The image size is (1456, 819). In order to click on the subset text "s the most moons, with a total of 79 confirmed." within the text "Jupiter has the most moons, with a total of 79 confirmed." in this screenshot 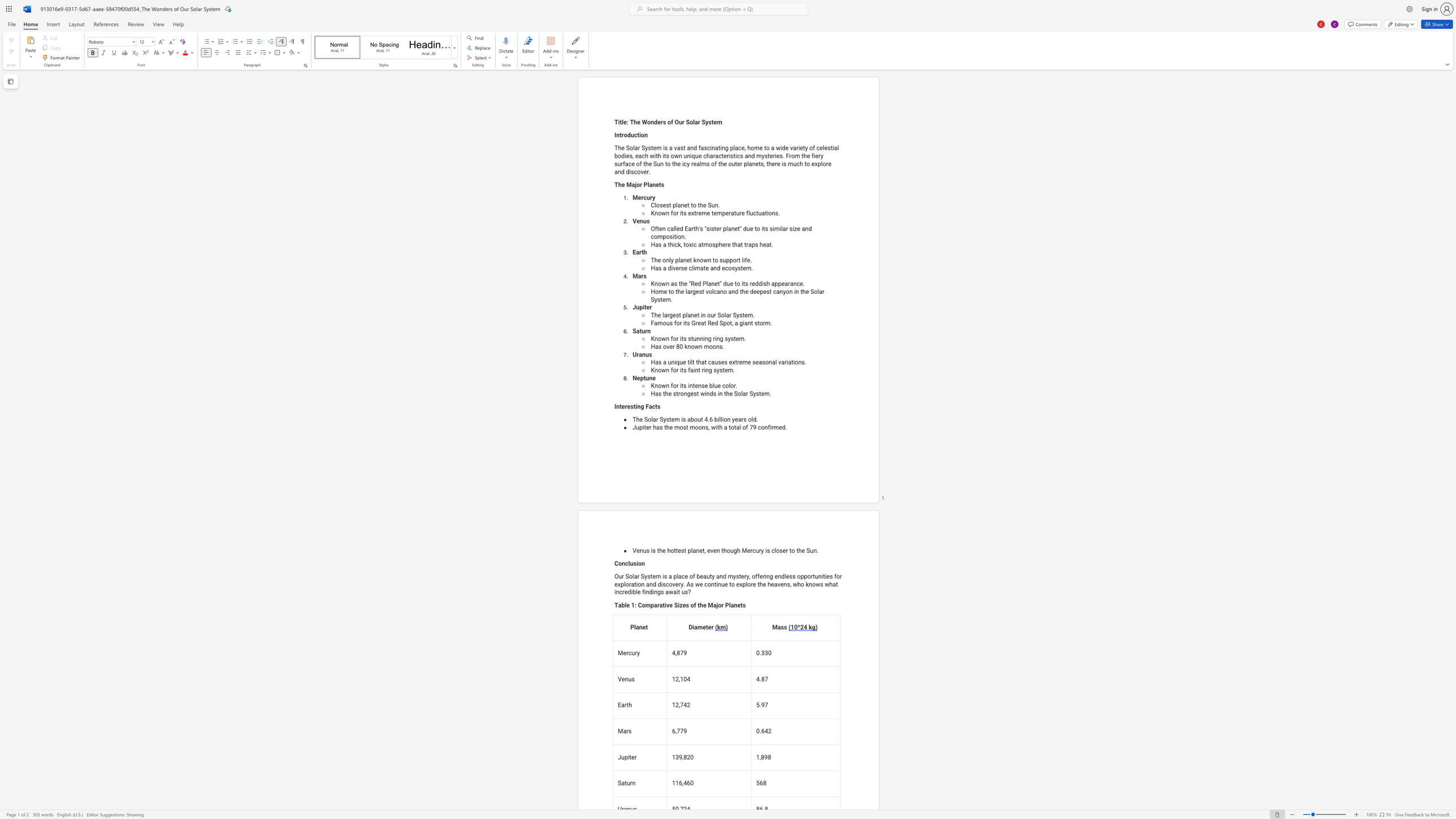, I will do `click(658, 427)`.